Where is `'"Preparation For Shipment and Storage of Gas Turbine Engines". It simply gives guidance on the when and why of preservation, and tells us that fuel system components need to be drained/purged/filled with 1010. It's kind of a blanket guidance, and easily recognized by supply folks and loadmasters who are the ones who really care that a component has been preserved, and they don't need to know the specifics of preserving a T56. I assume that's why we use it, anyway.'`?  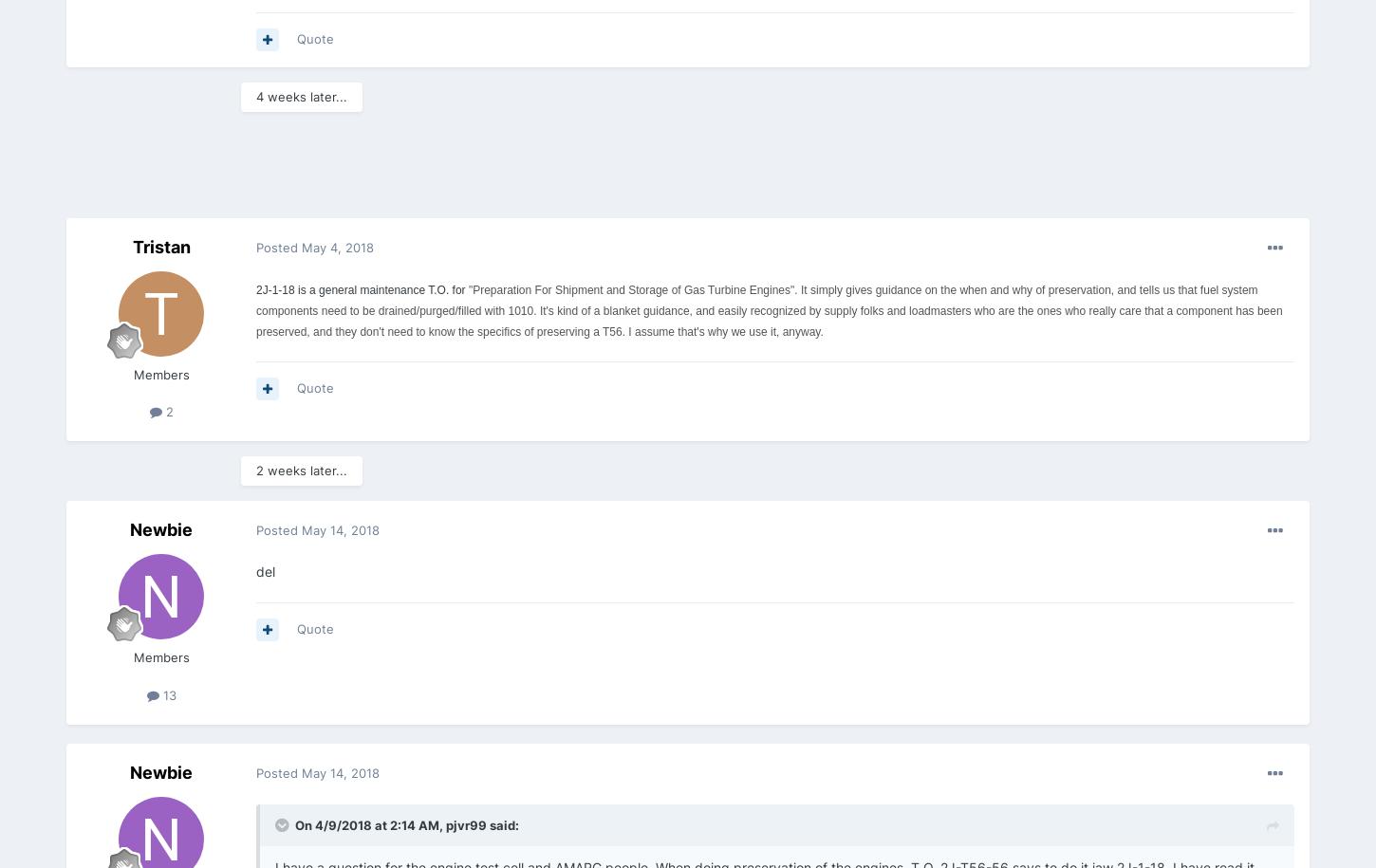 '"Preparation For Shipment and Storage of Gas Turbine Engines". It simply gives guidance on the when and why of preservation, and tells us that fuel system components need to be drained/purged/filled with 1010. It's kind of a blanket guidance, and easily recognized by supply folks and loadmasters who are the ones who really care that a component has been preserved, and they don't need to know the specifics of preserving a T56. I assume that's why we use it, anyway.' is located at coordinates (769, 310).